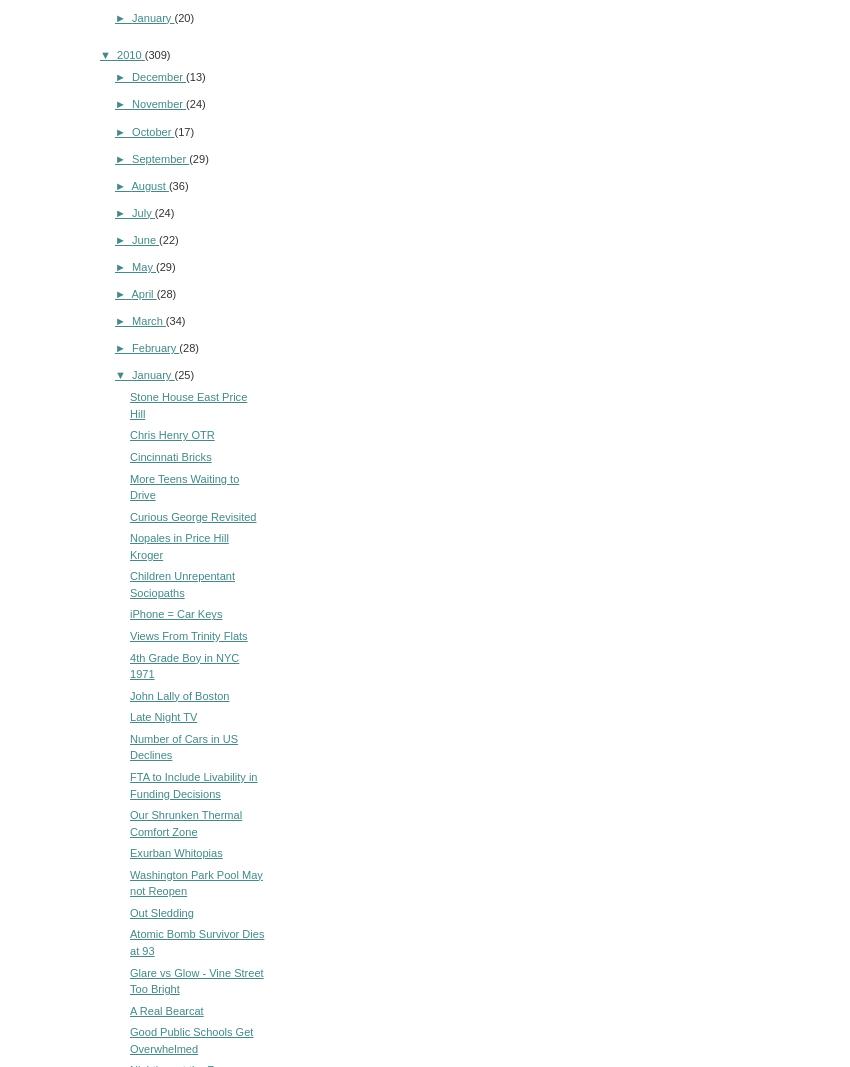  Describe the element at coordinates (129, 545) in the screenshot. I see `'Nopales in Price Hill Kroger'` at that location.